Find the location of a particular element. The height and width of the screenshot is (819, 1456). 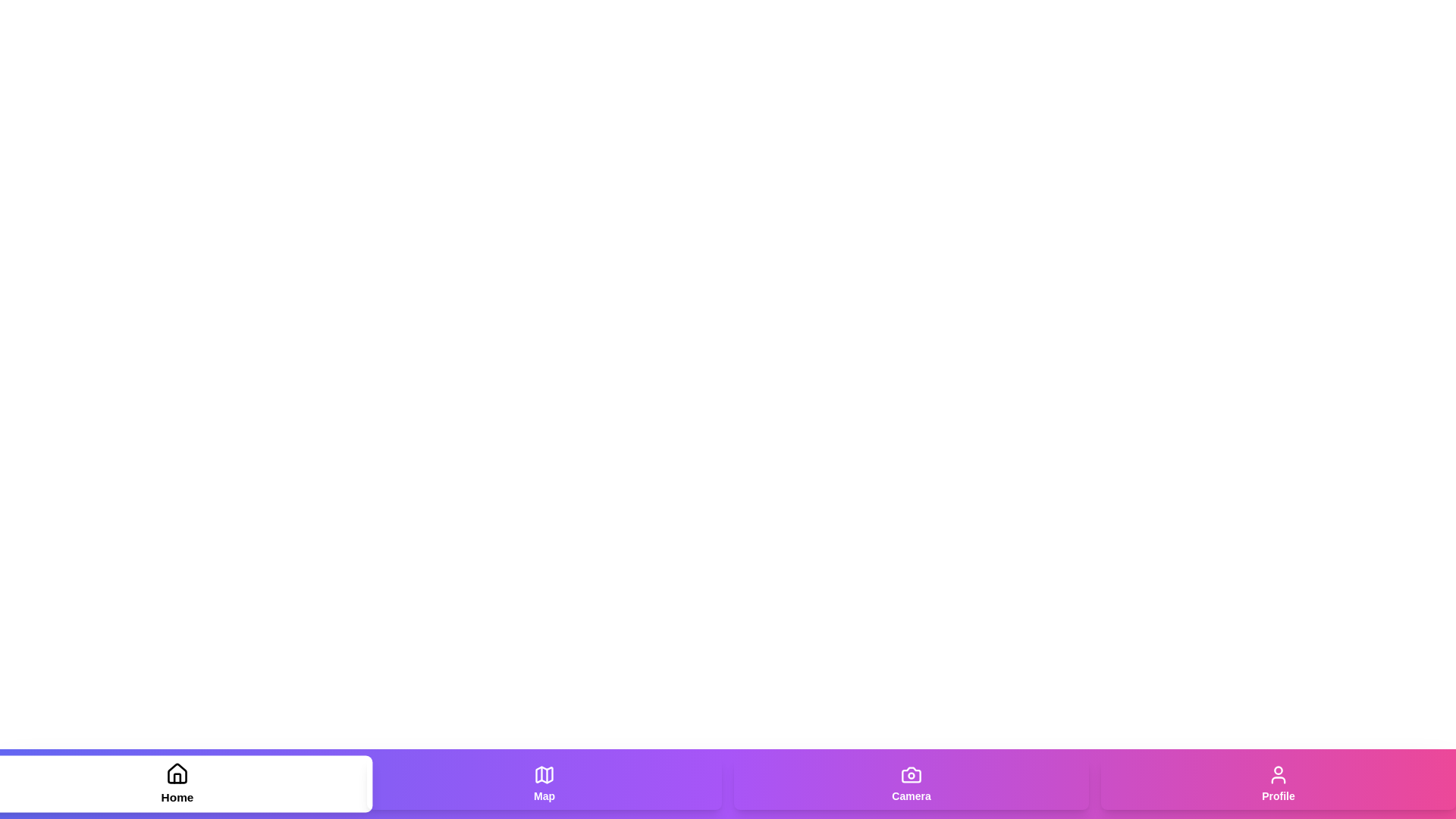

the Profile tab to navigate to its section is located at coordinates (1277, 783).